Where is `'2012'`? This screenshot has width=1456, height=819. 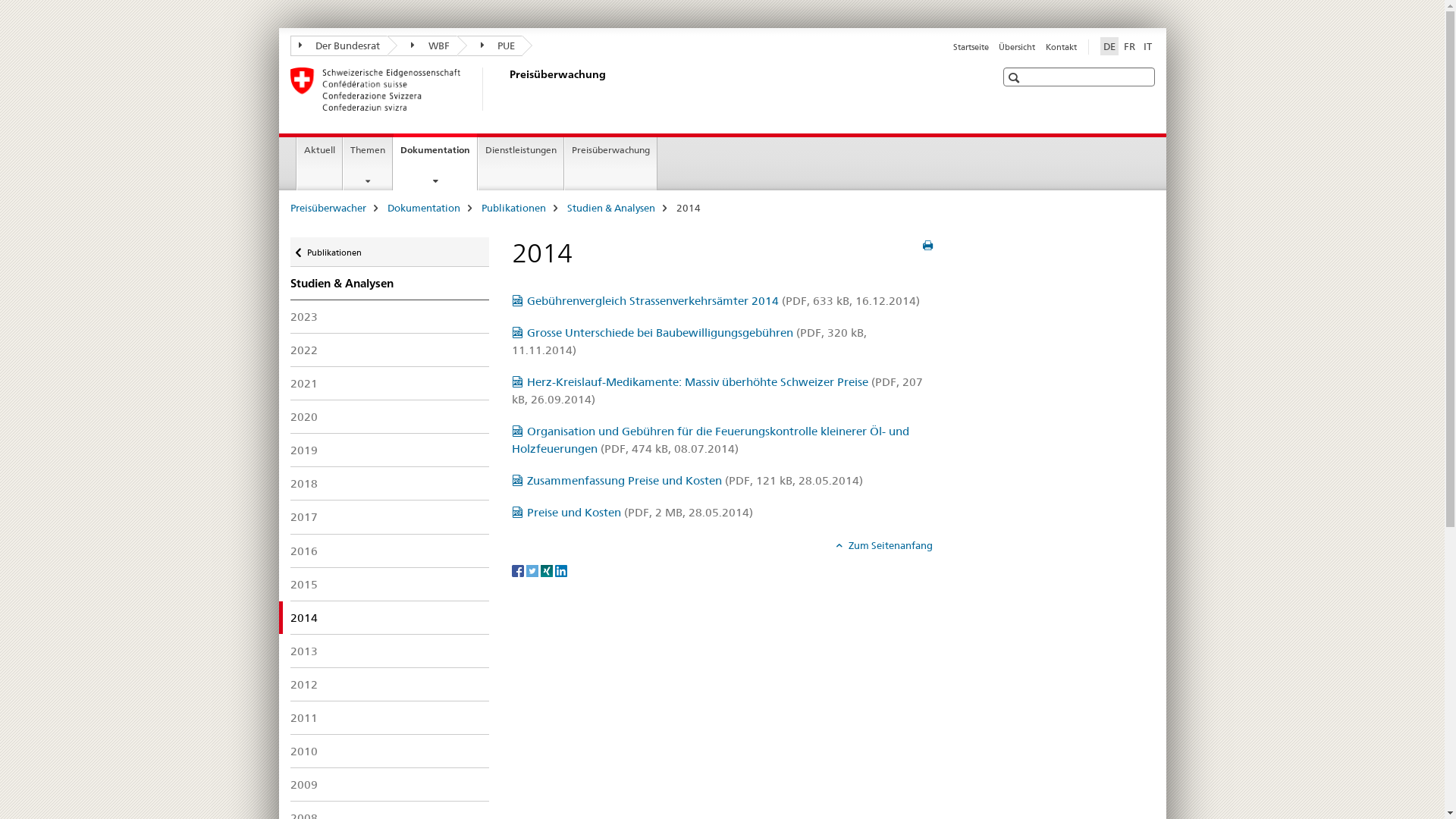
'2012' is located at coordinates (389, 684).